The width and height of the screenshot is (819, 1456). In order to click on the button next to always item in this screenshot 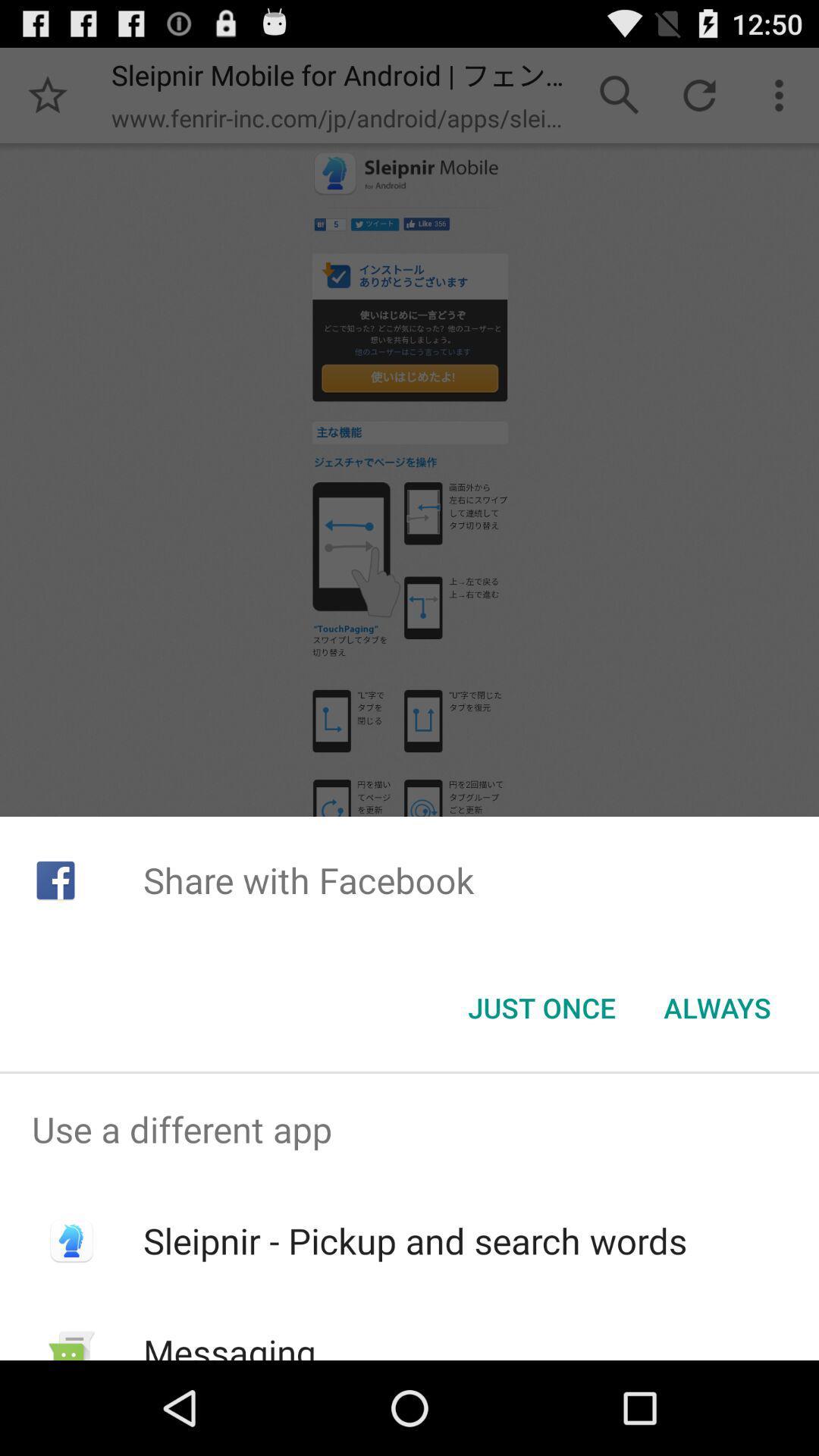, I will do `click(541, 1008)`.